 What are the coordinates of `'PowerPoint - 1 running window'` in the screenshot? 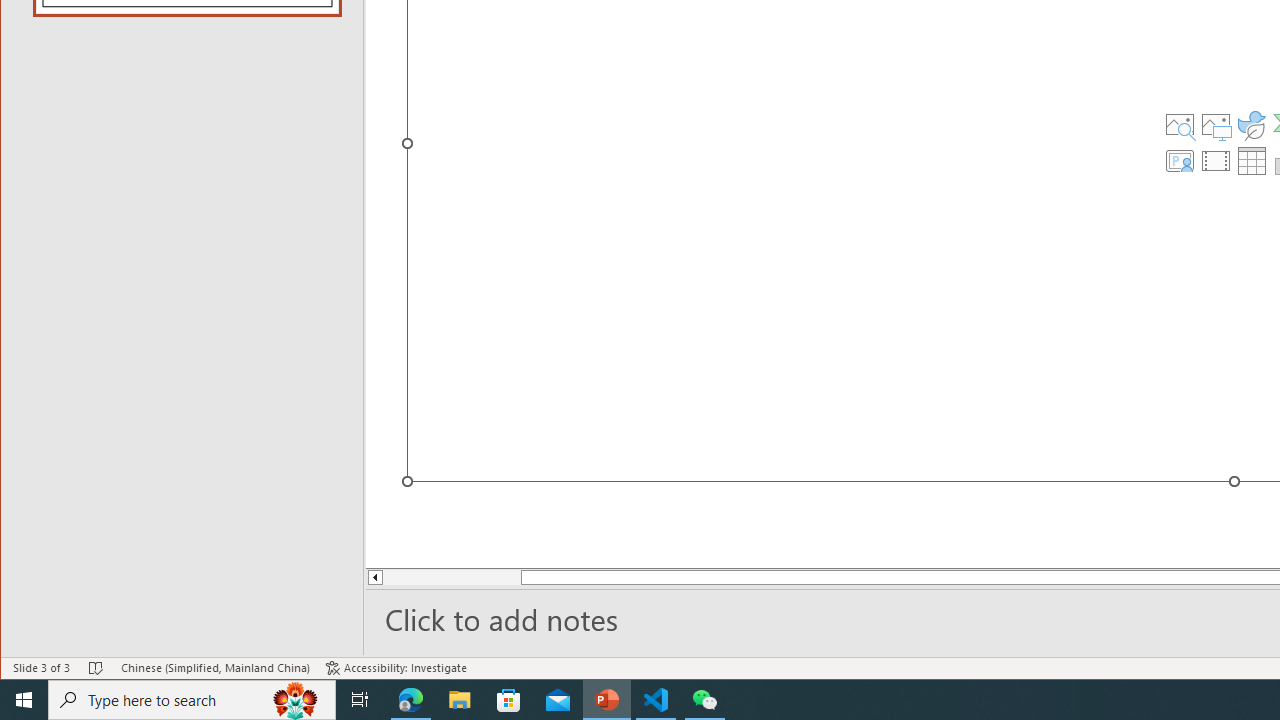 It's located at (606, 698).